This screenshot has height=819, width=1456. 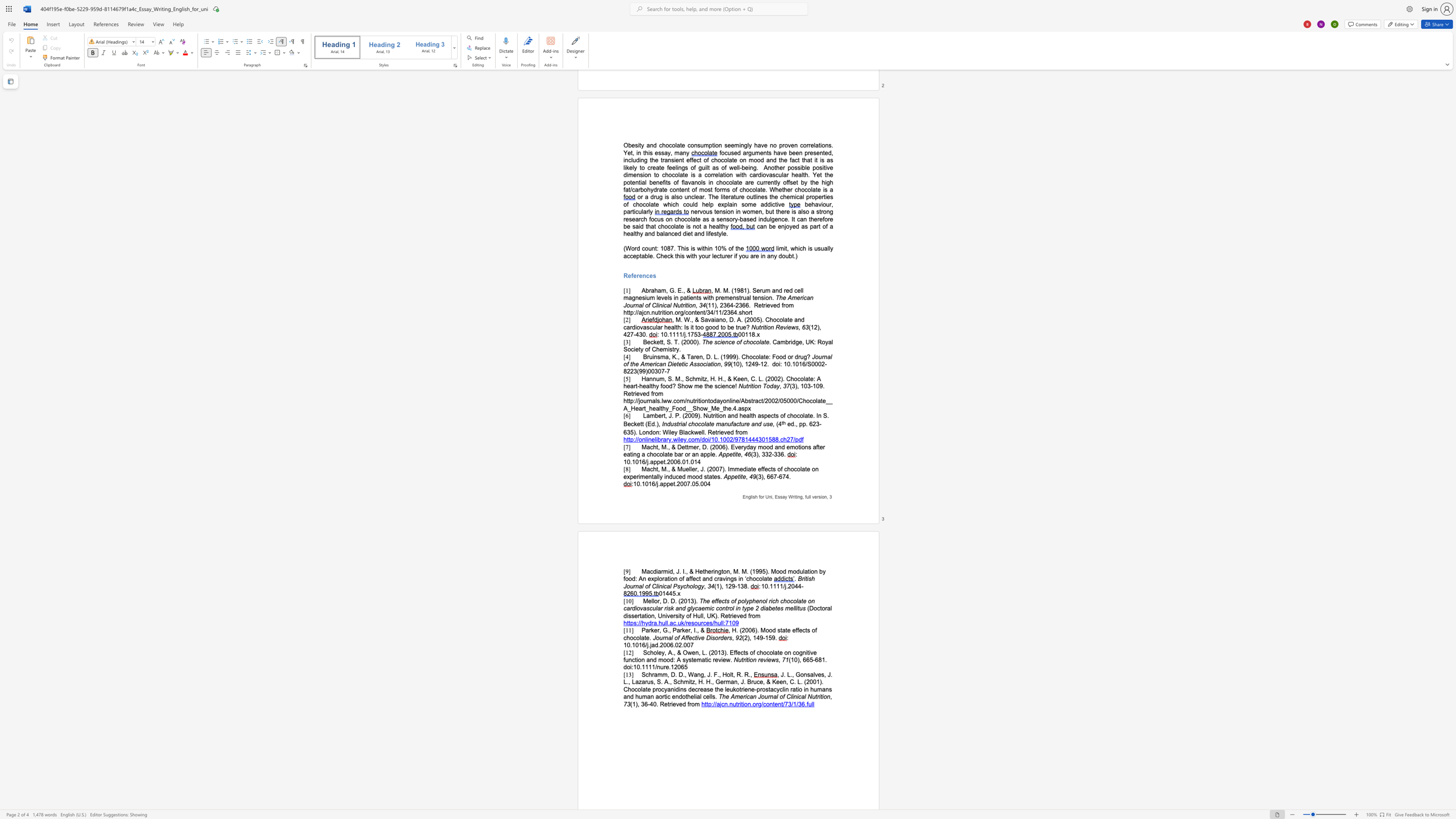 What do you see at coordinates (691, 461) in the screenshot?
I see `the subset text "01" within the text "10.1016/j.appet.2006.01.014"` at bounding box center [691, 461].